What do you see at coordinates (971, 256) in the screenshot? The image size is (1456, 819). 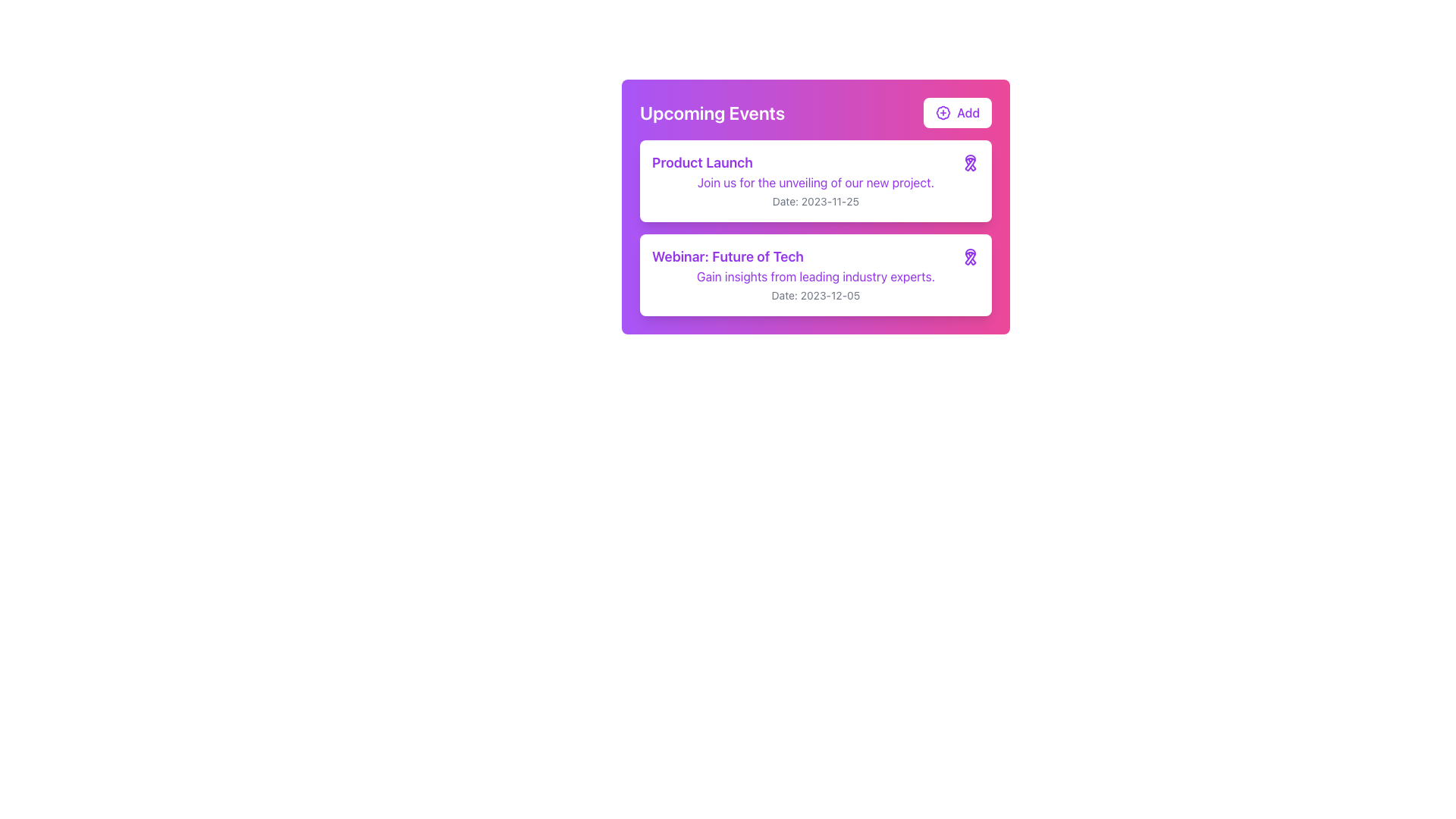 I see `the second ribbon icon associated with the event labeled 'Webinar: Future of Tech', positioned on the right side of the list item` at bounding box center [971, 256].